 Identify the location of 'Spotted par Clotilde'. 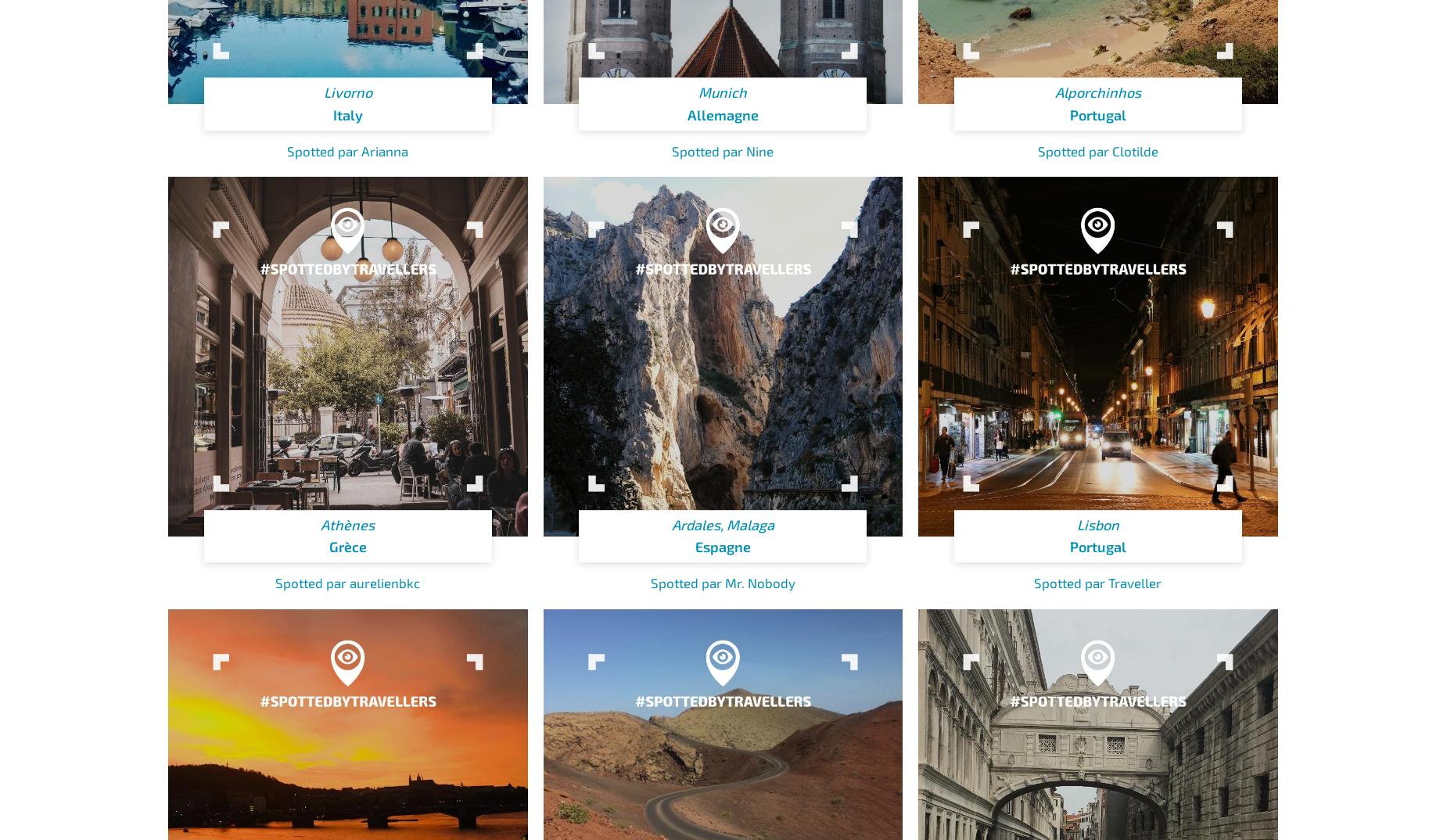
(1097, 150).